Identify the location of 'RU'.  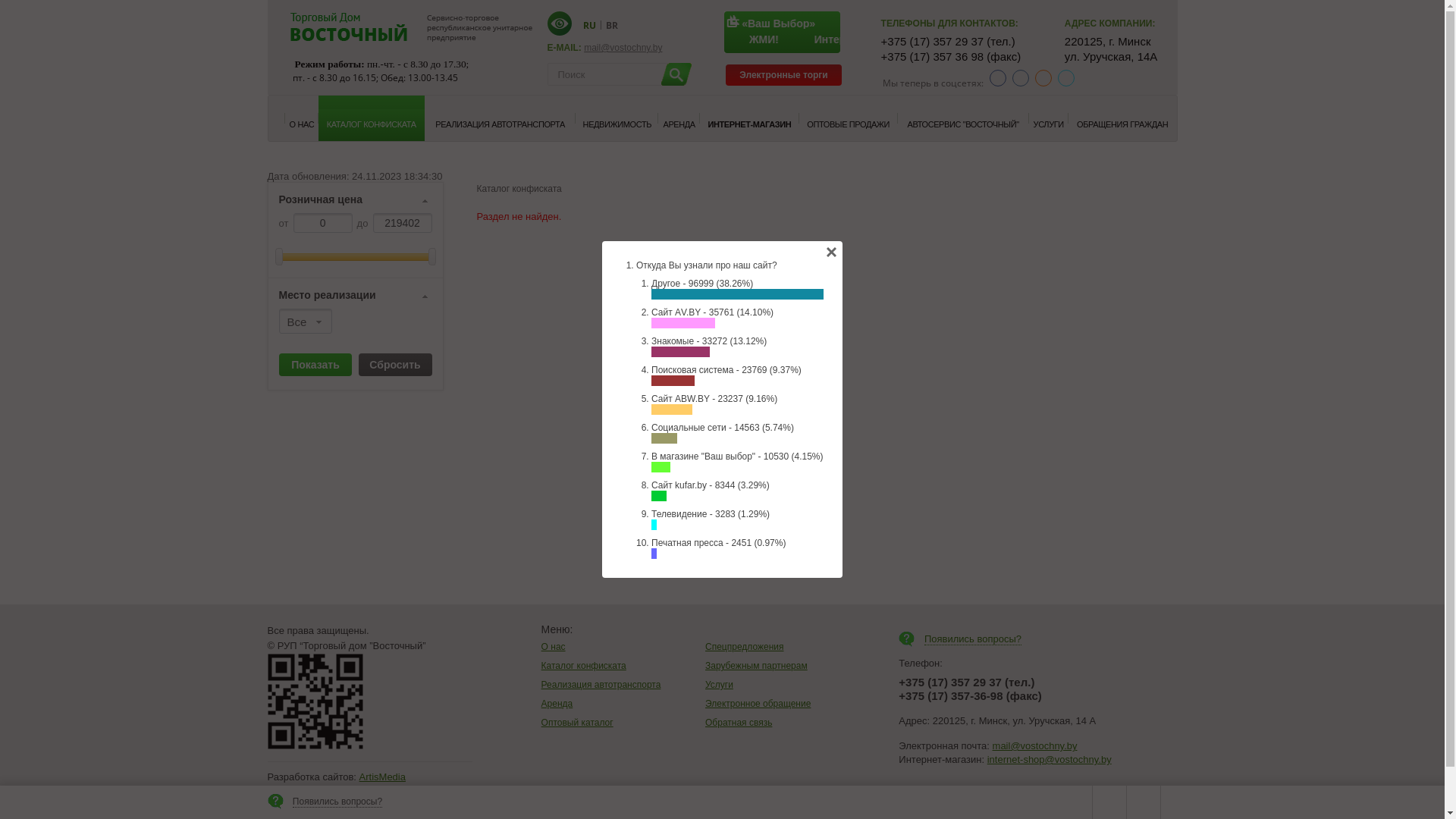
(588, 24).